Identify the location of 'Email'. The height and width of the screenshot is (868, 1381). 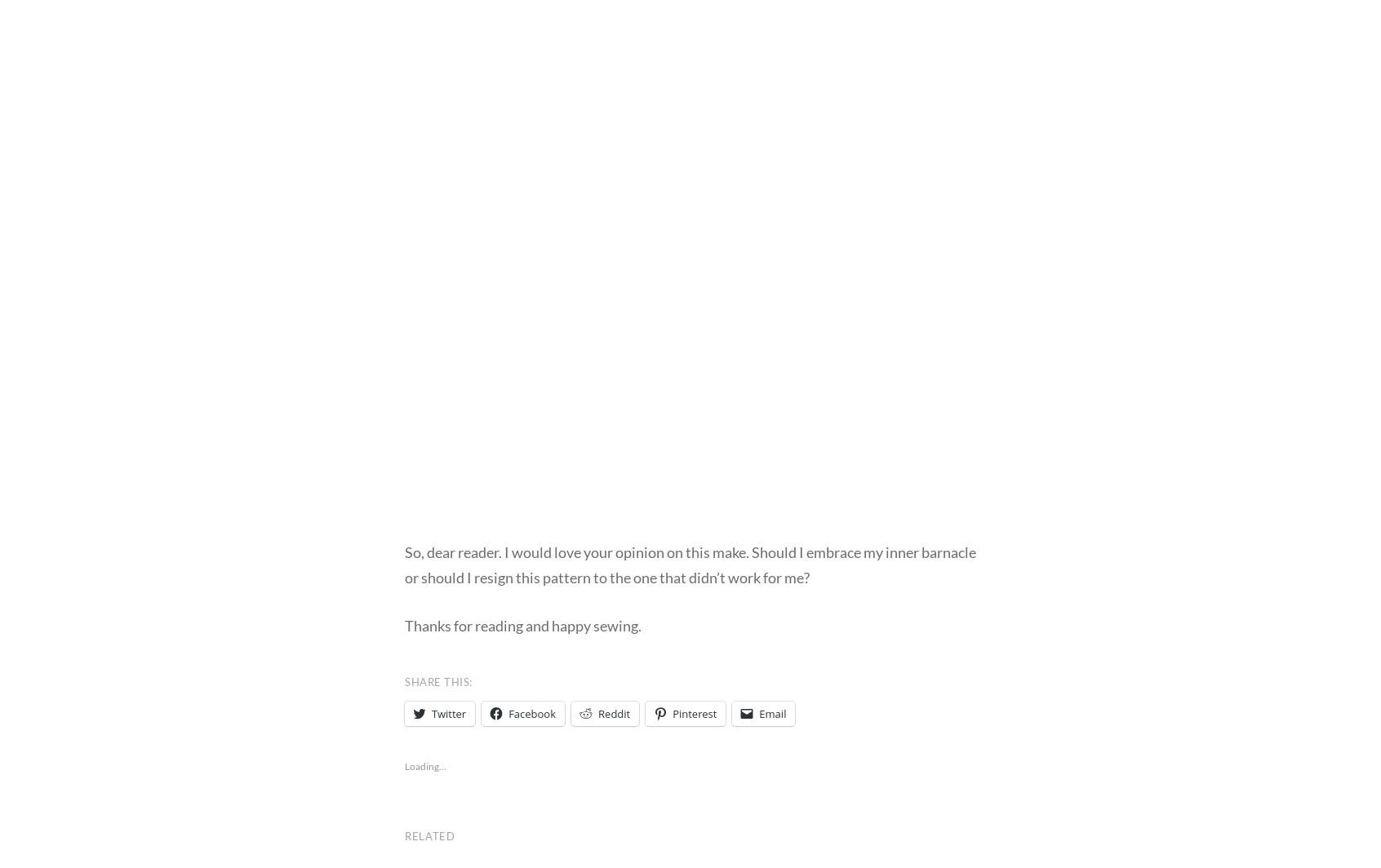
(772, 712).